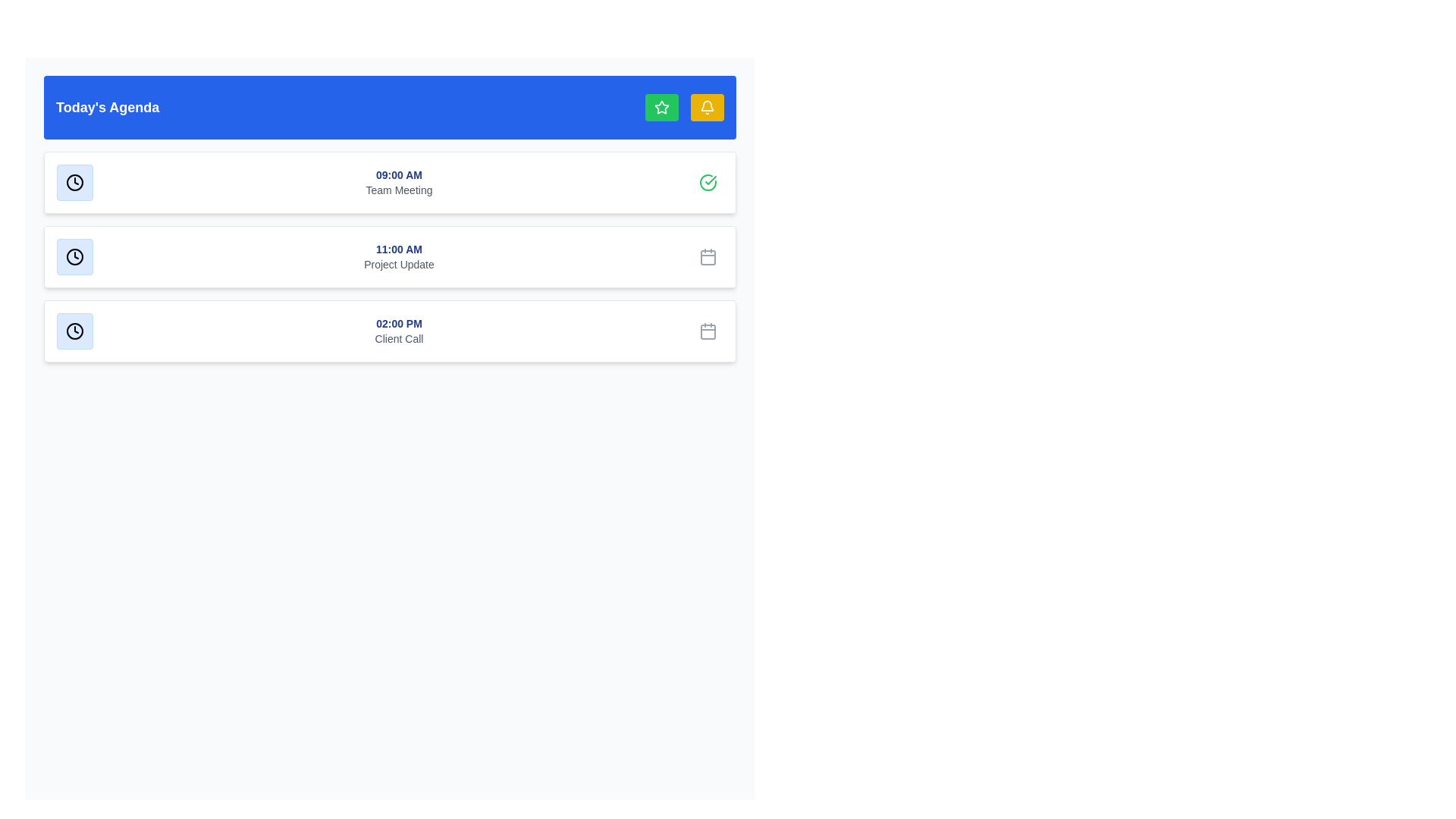  I want to click on the static text label displaying 'Team Meeting' located in the second row under the bold blue time label '09:00 AM' in the first card of the vertically stacked list, so click(399, 189).